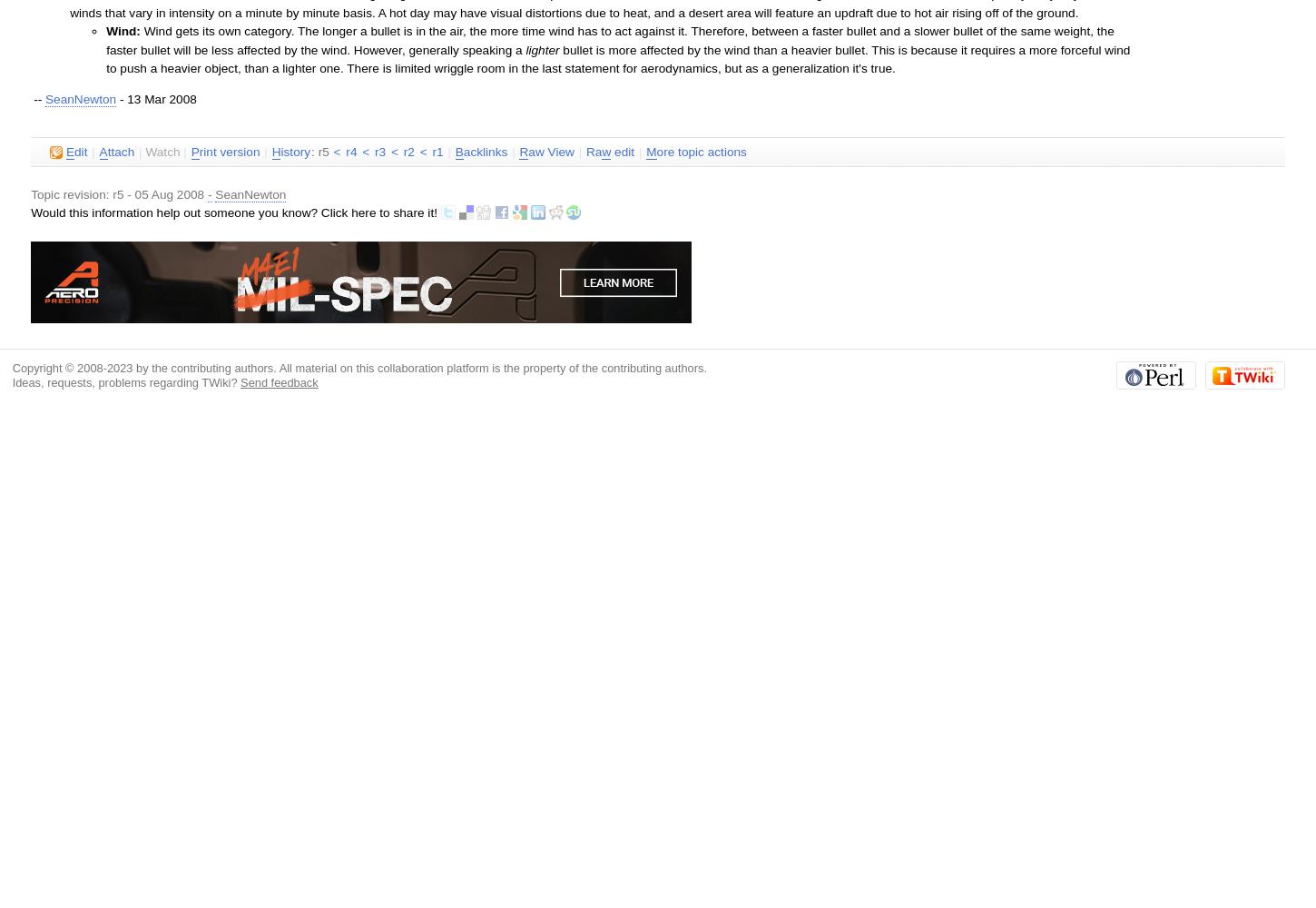 This screenshot has width=1316, height=908. What do you see at coordinates (295, 151) in the screenshot?
I see `'istory'` at bounding box center [295, 151].